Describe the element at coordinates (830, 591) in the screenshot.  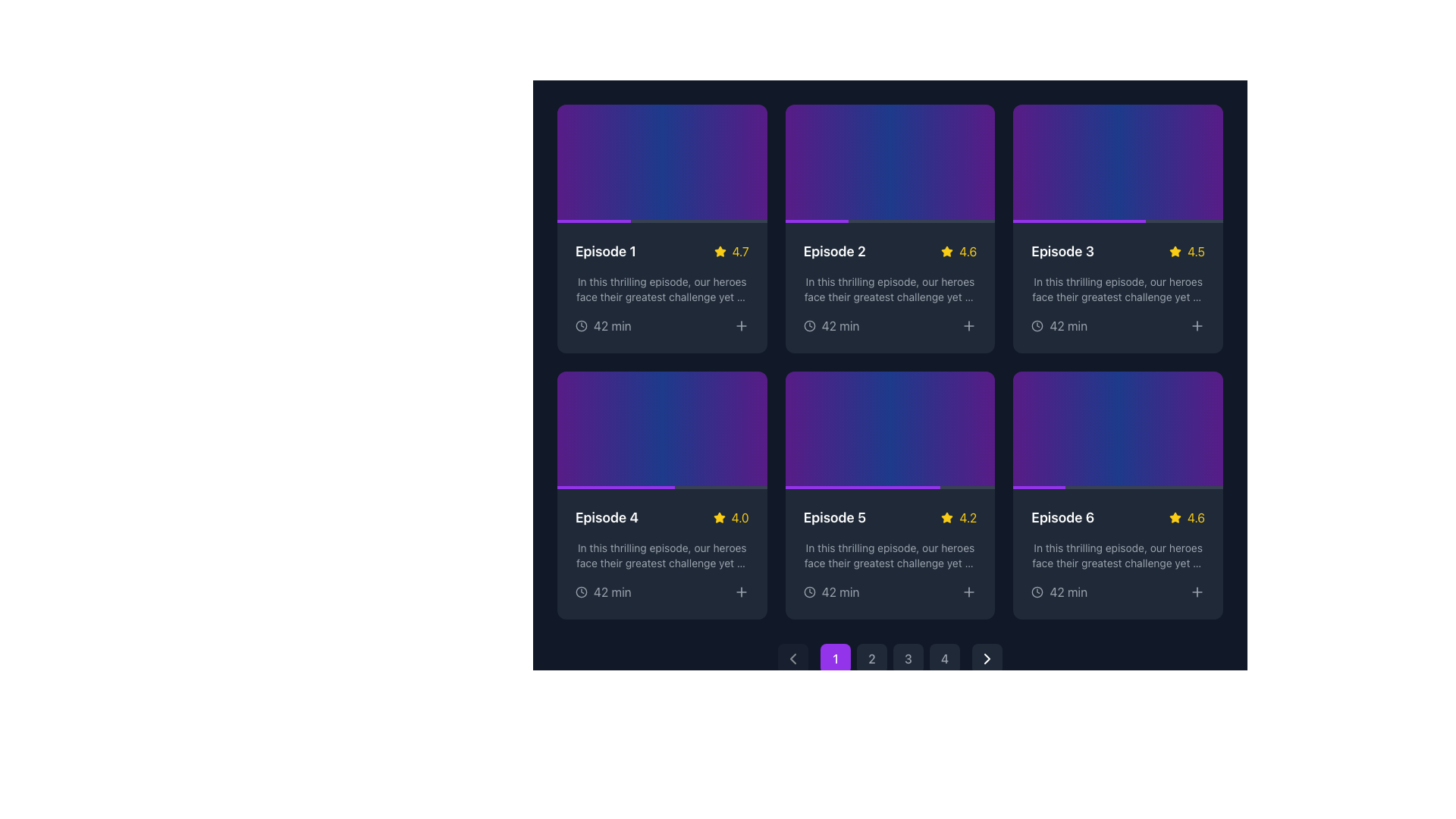
I see `the Text with Icon that indicates the duration of the episode associated with the card titled 'Episode 5', located in the lower section of the card near the bottom-left corner` at that location.